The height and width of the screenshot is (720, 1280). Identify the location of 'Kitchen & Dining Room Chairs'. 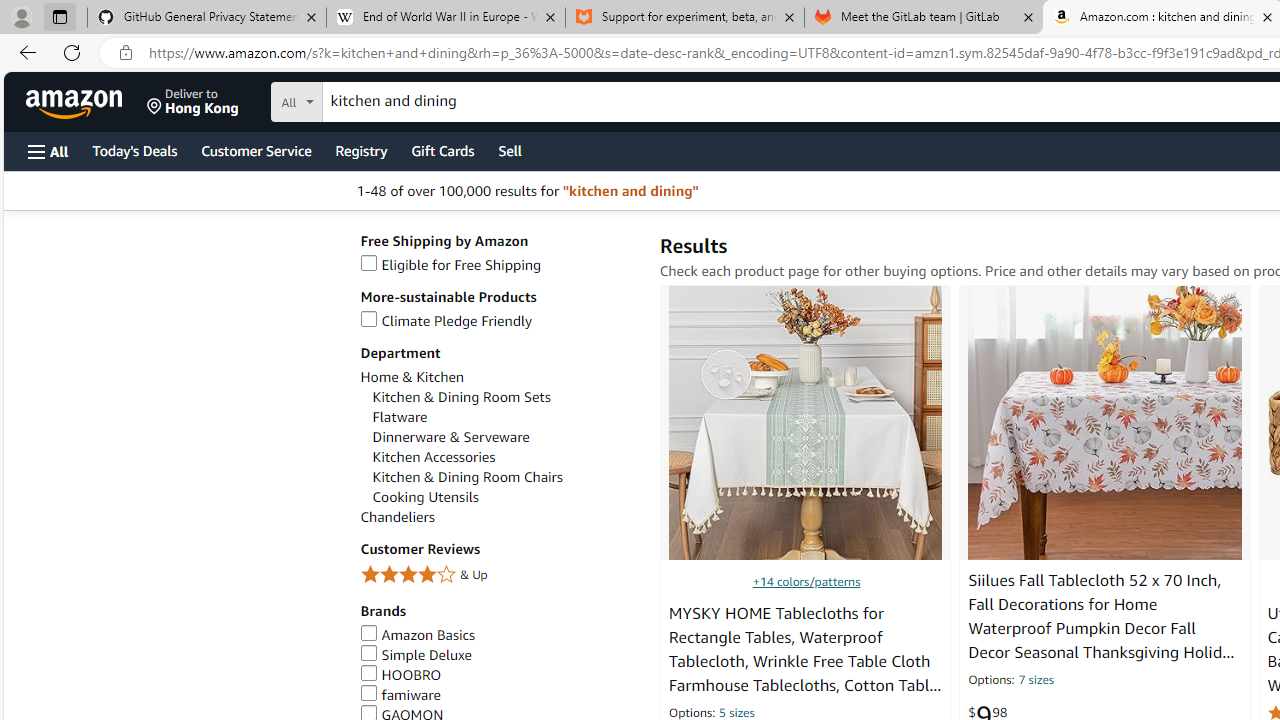
(506, 477).